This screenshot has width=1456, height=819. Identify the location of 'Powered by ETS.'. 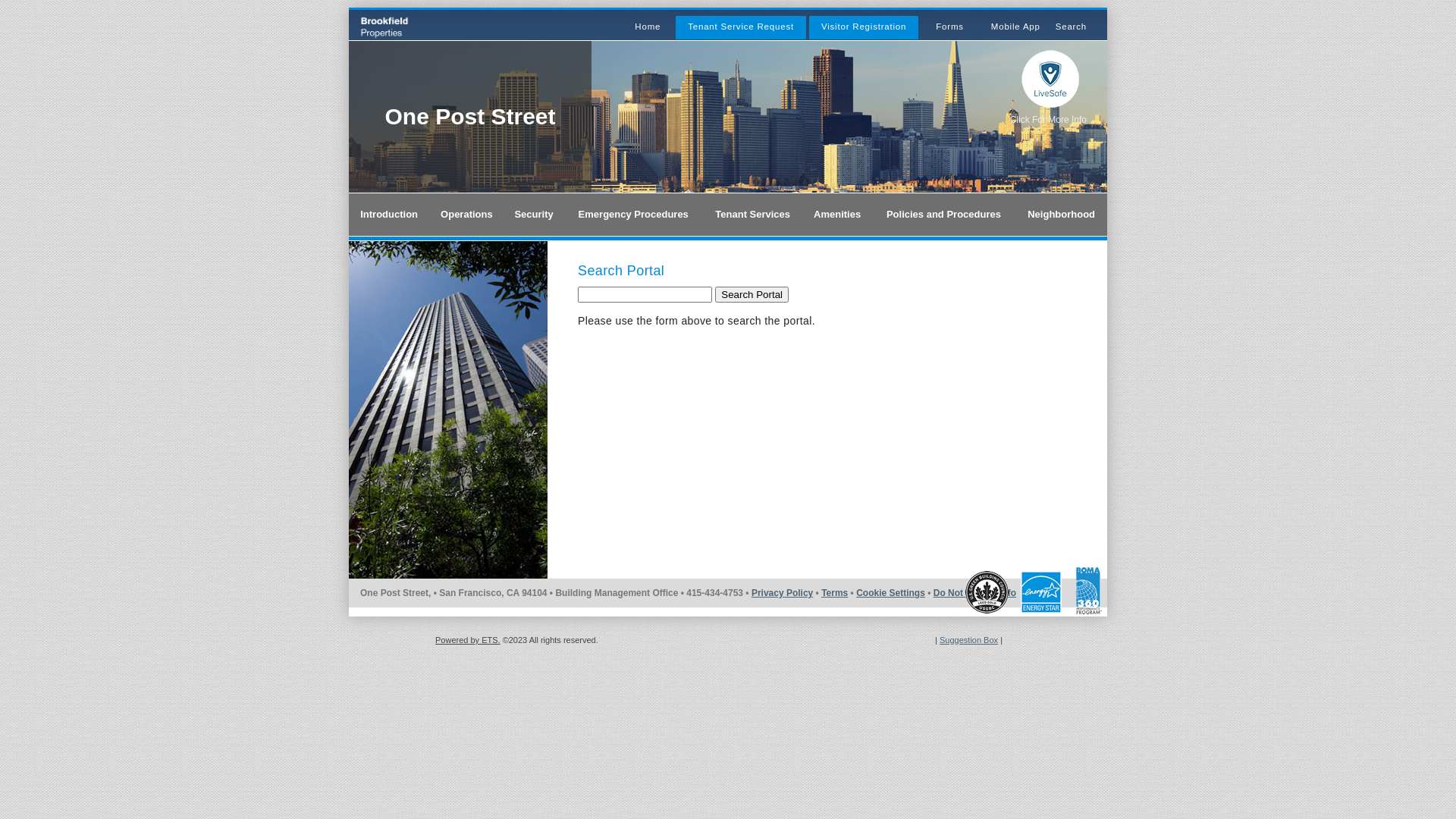
(467, 640).